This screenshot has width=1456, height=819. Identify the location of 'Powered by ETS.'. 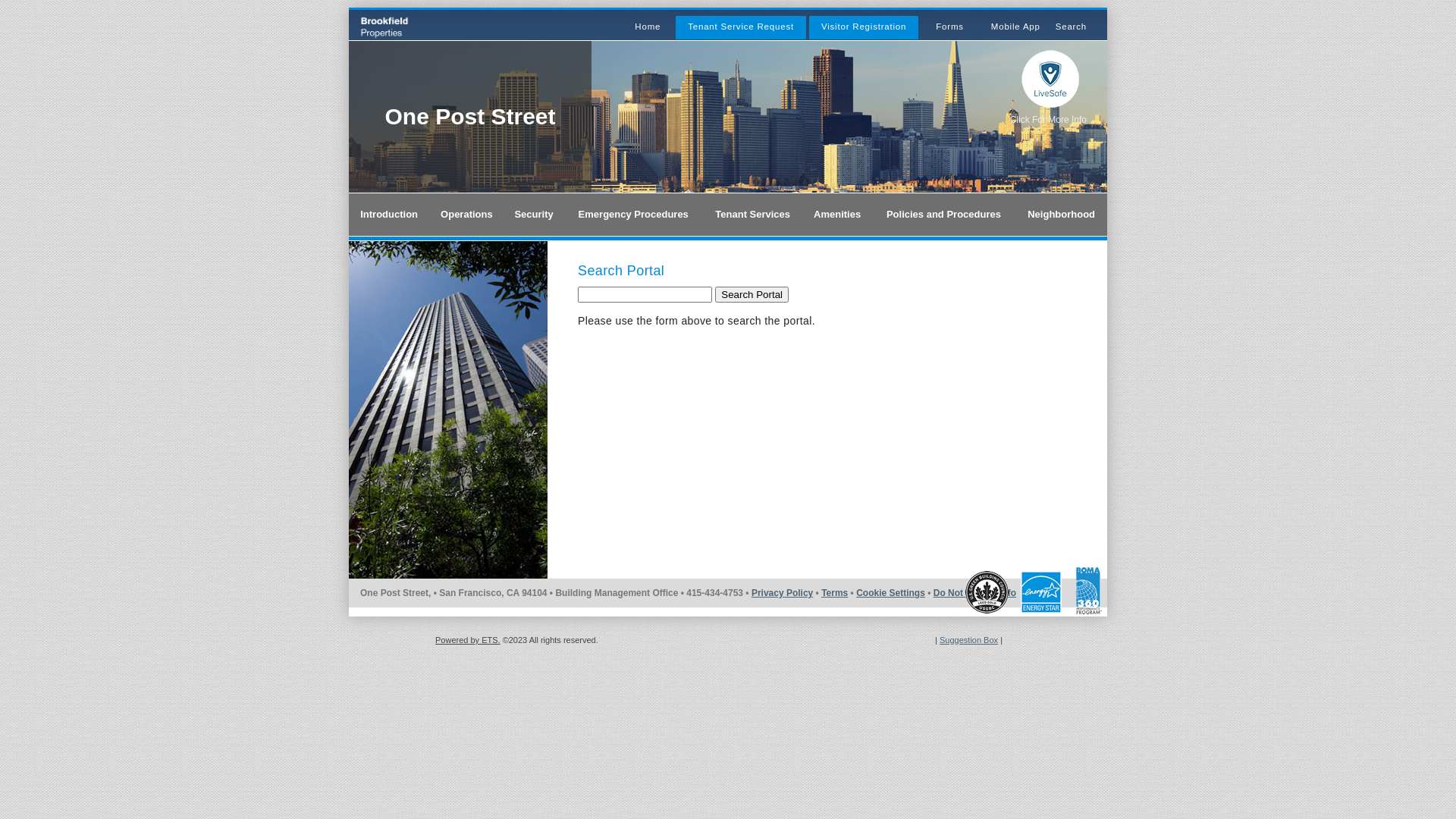
(467, 640).